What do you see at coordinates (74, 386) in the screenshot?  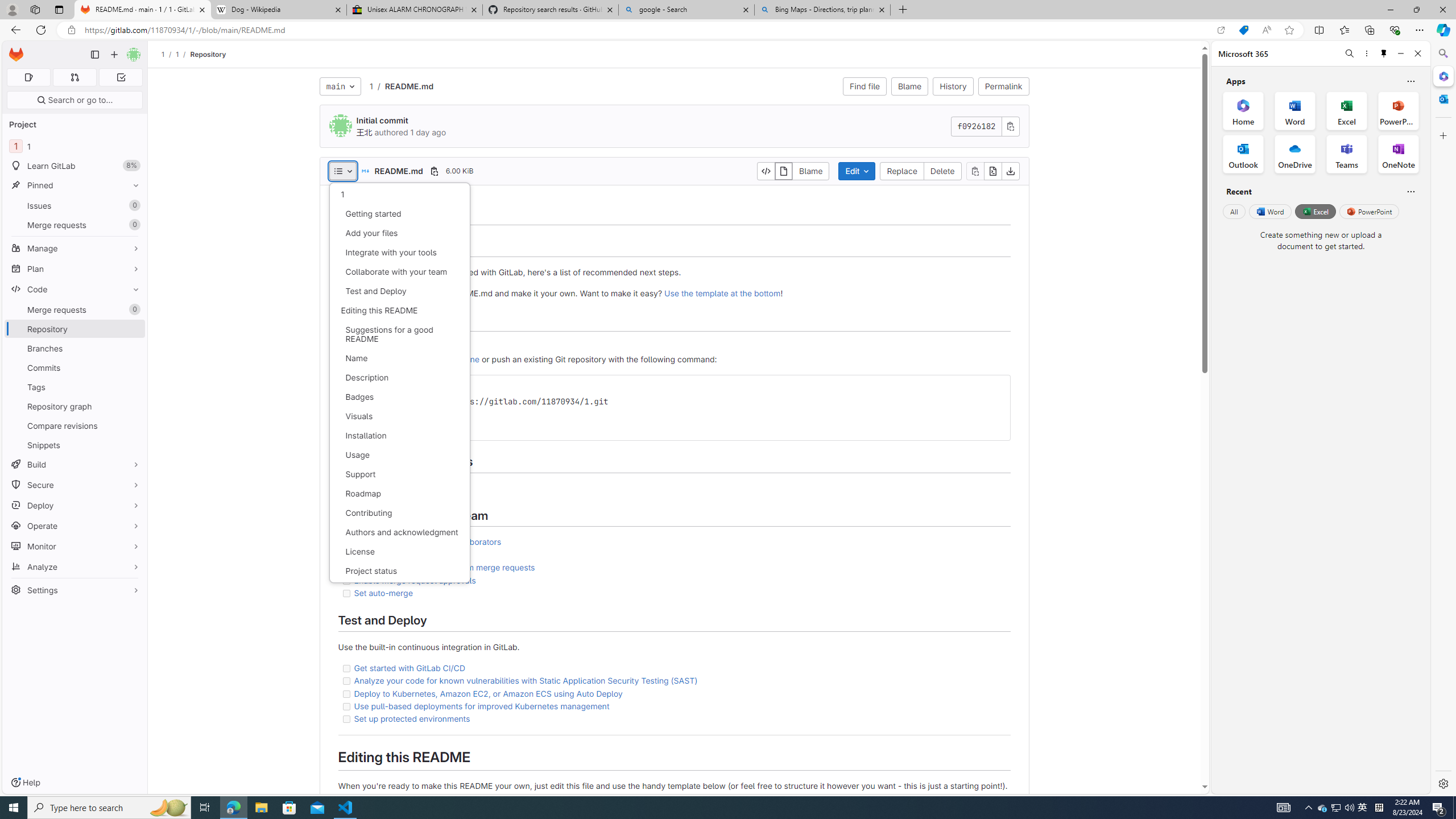 I see `'Tags'` at bounding box center [74, 386].